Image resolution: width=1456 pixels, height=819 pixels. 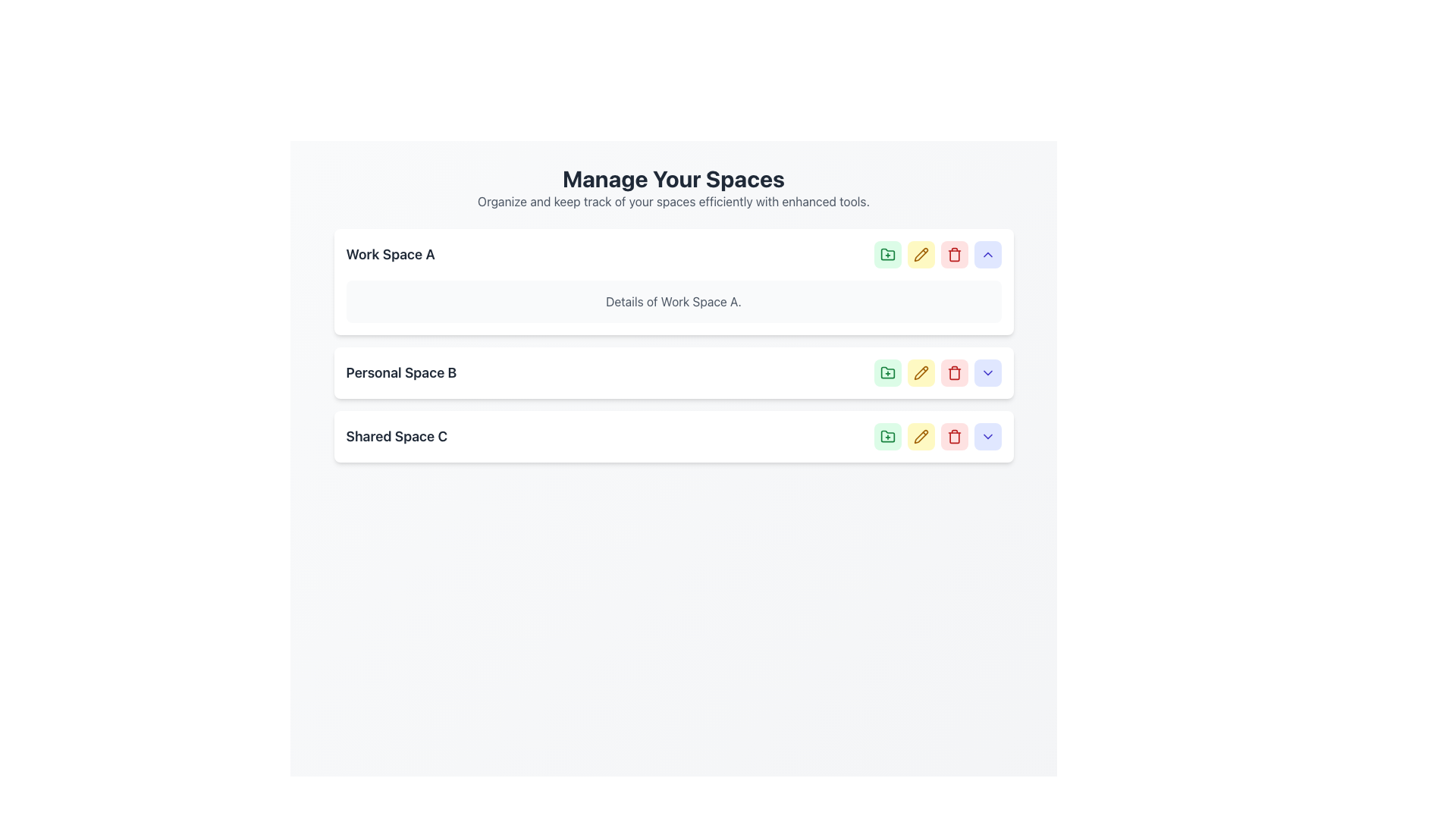 I want to click on the downward-pointing chevron icon inside the 'Toggle Details' button, so click(x=987, y=373).